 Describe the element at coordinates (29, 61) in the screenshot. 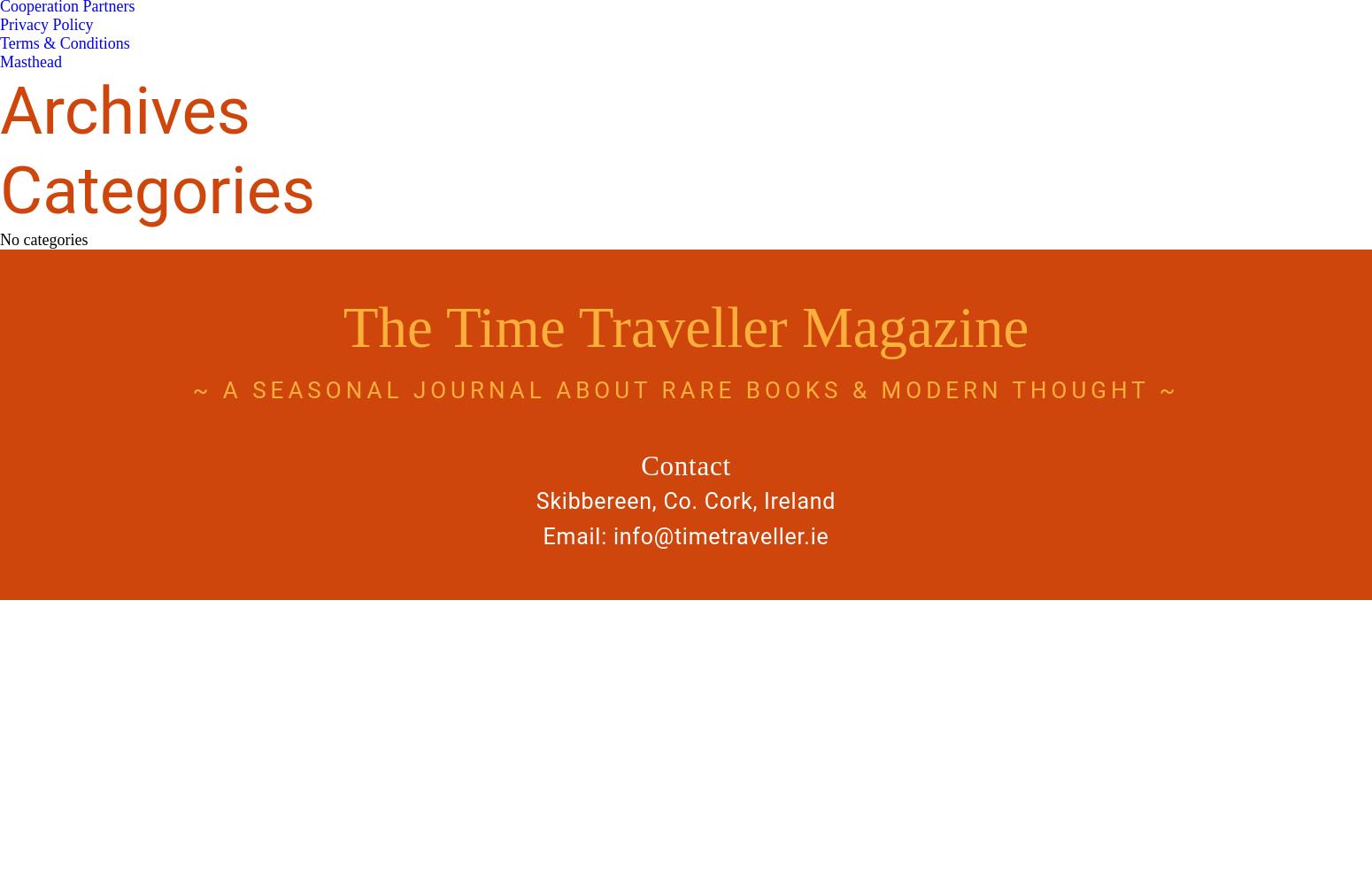

I see `'Masthead'` at that location.